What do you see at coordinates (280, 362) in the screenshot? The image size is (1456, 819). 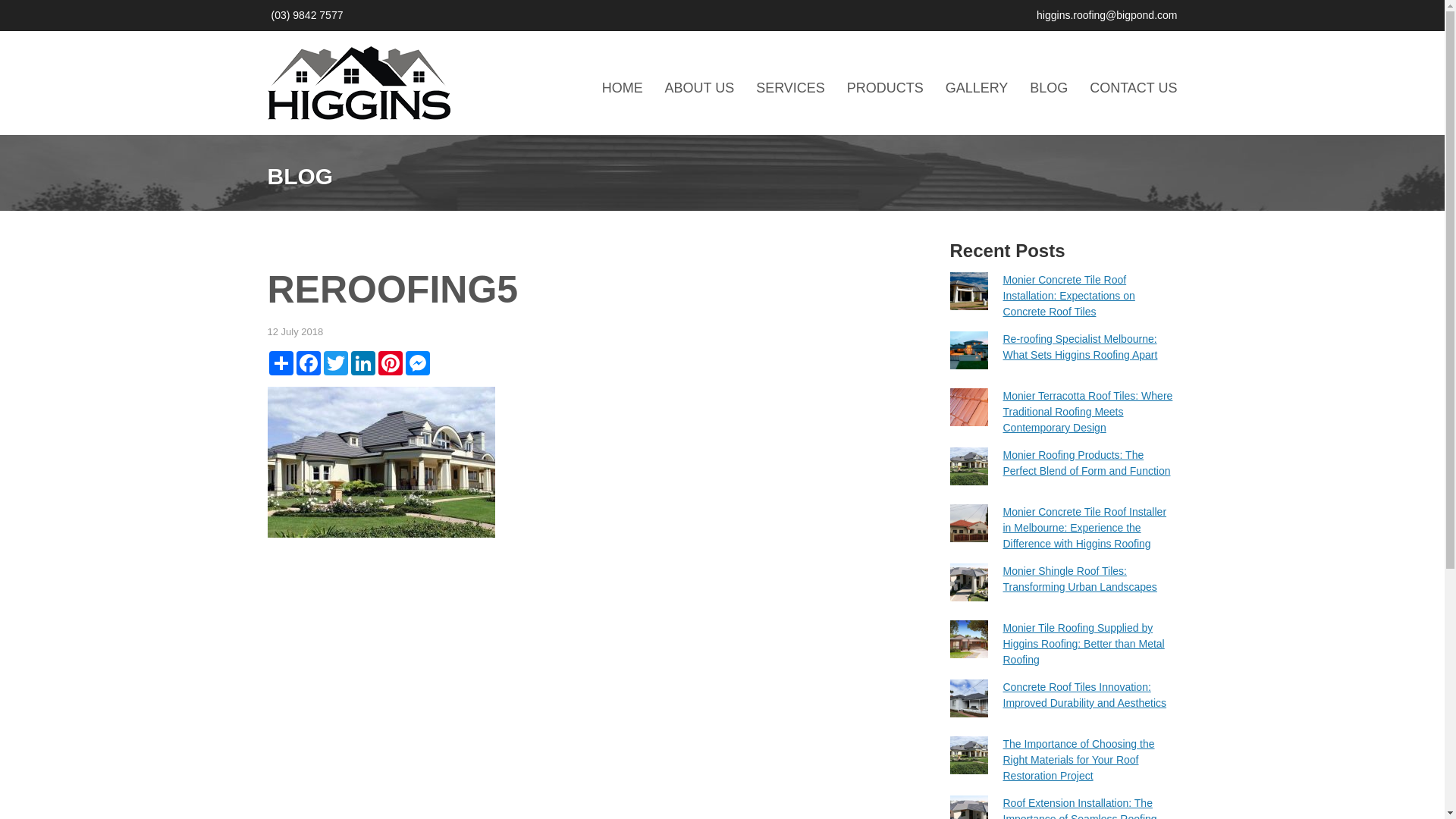 I see `'Share'` at bounding box center [280, 362].